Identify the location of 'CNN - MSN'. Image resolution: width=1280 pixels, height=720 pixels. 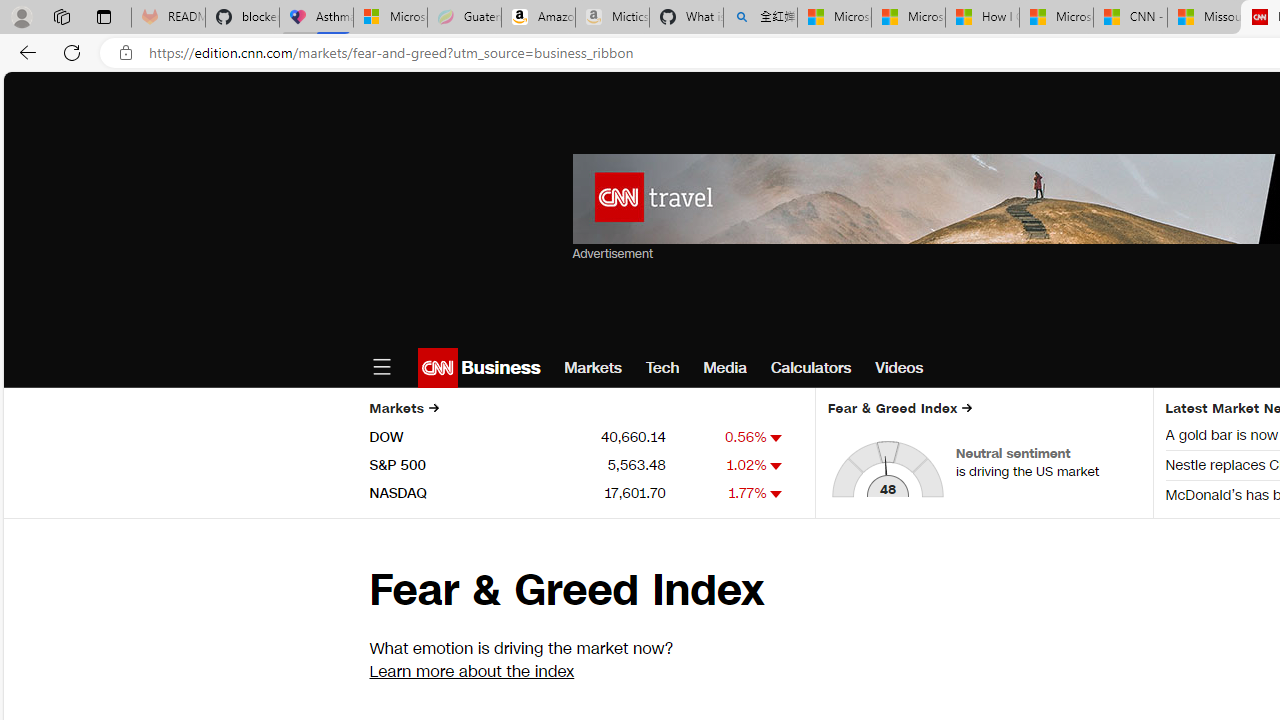
(1130, 17).